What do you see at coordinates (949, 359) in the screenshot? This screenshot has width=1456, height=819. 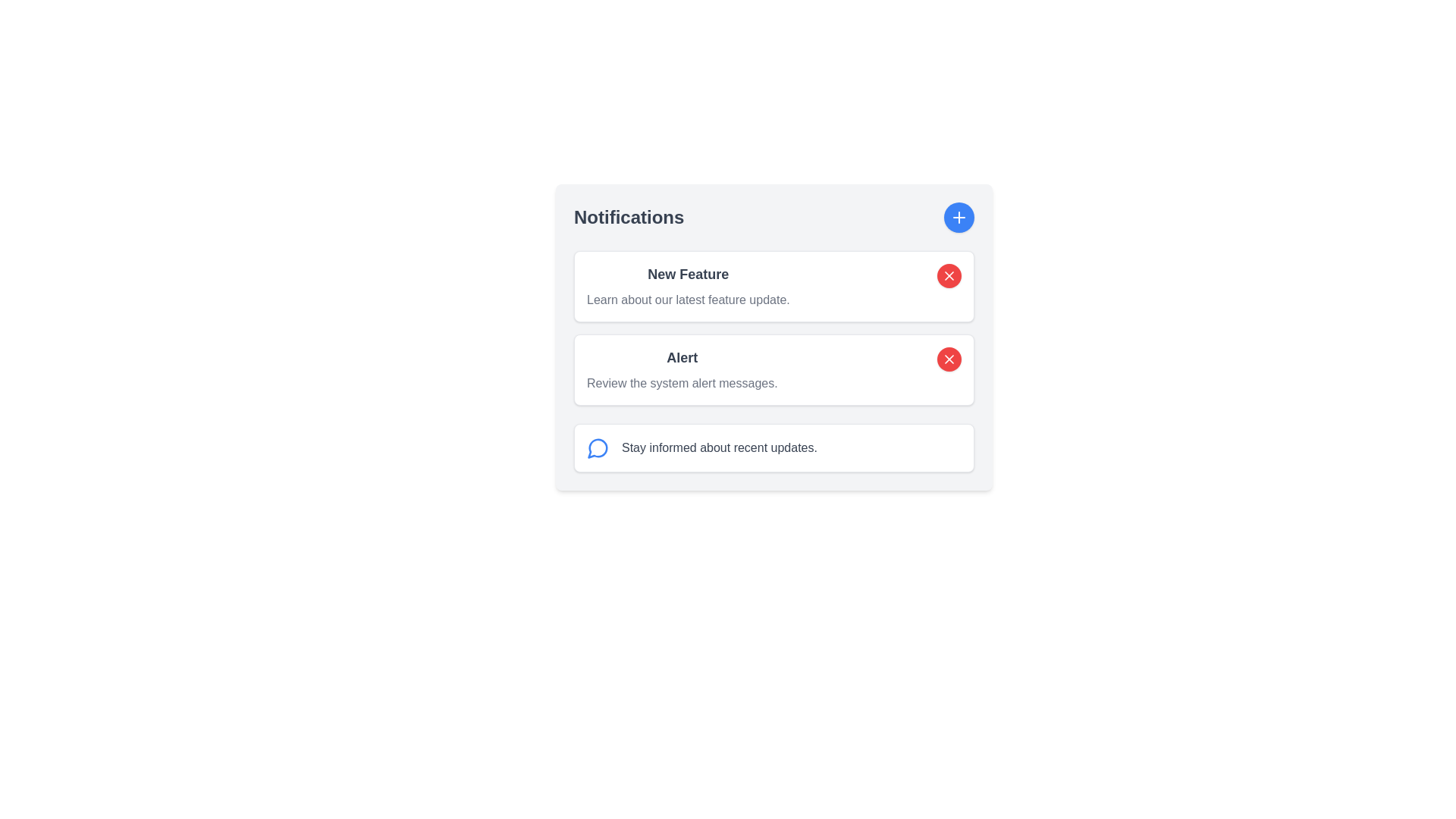 I see `the dismiss button located on the right side of the 'Alert' section in the second notification card` at bounding box center [949, 359].